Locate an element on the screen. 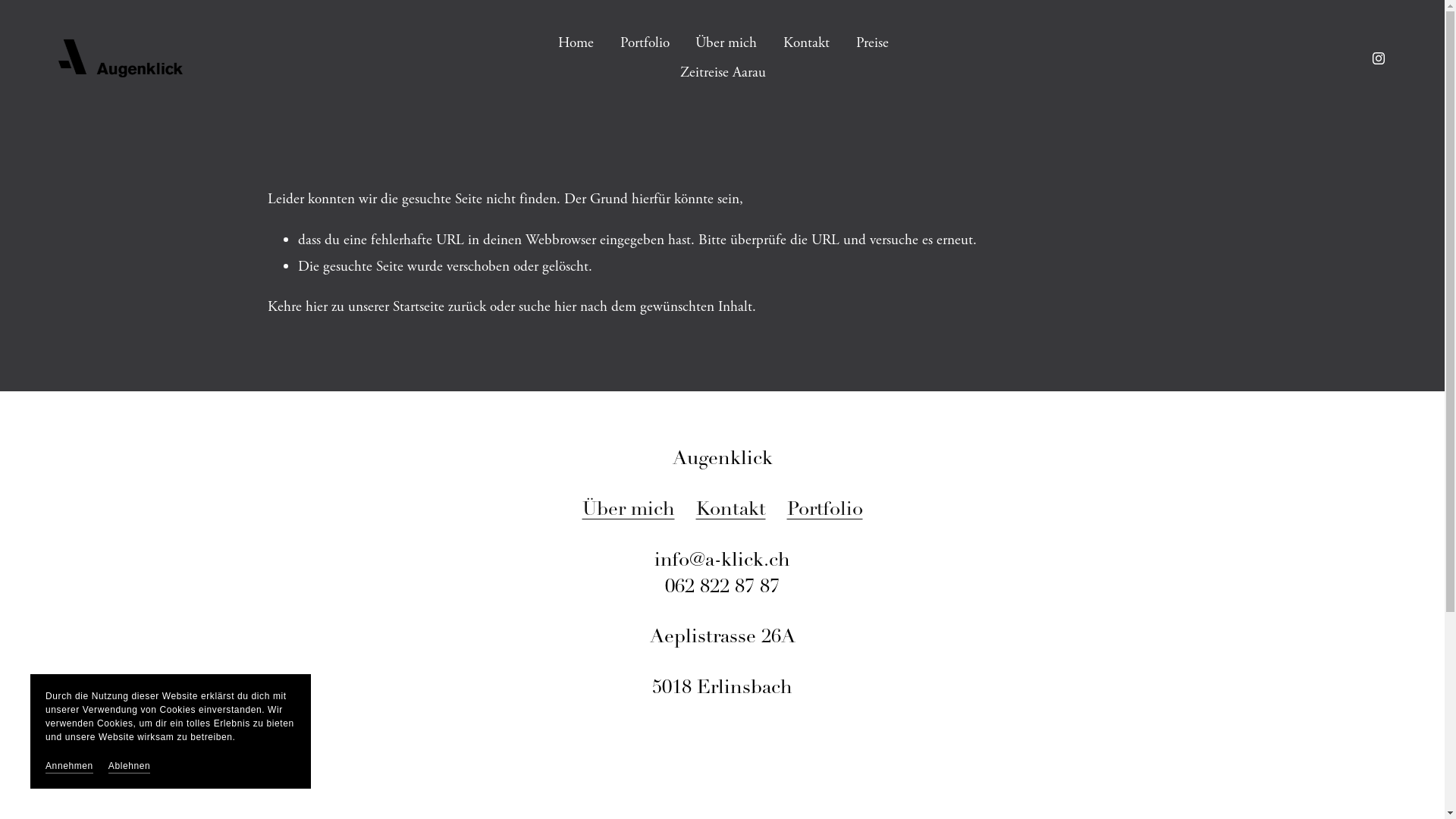 This screenshot has height=819, width=1456. 'Annehmen' is located at coordinates (45, 766).